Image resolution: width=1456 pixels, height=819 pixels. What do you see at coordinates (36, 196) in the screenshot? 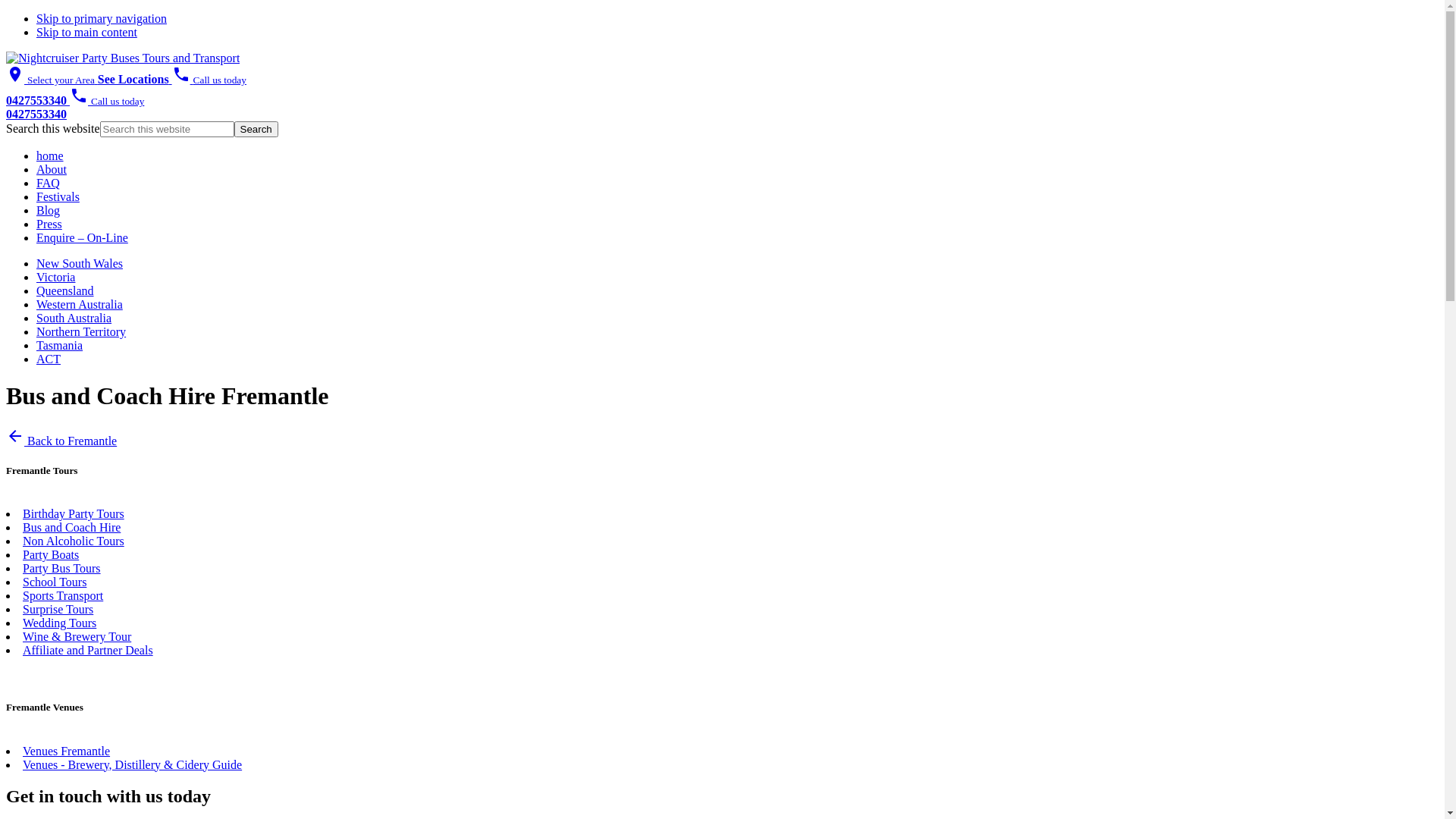
I see `'Festivals'` at bounding box center [36, 196].